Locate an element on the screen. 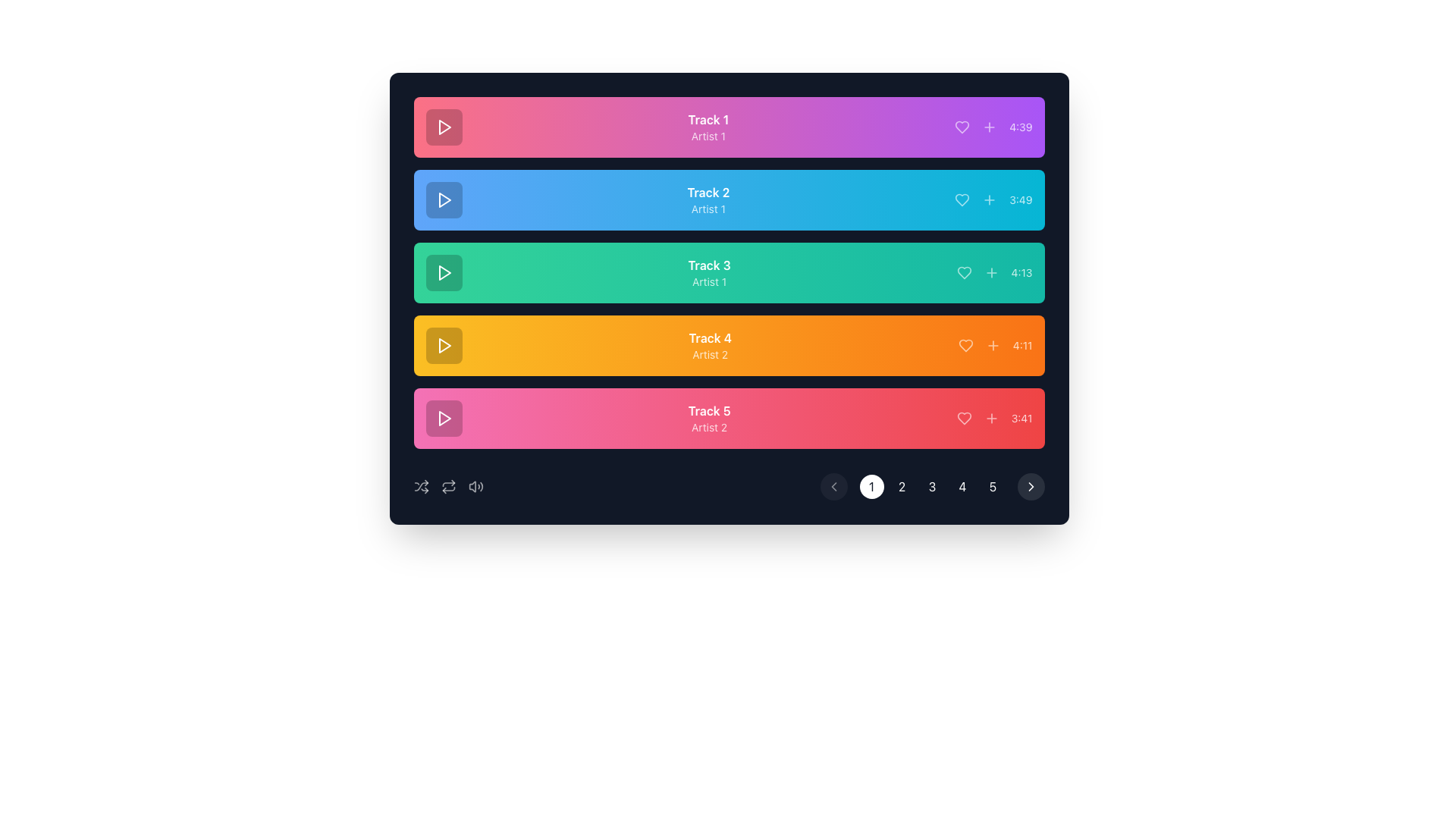 This screenshot has height=819, width=1456. the triangular play icon located inside the rectangular button in the leftmost portion of the fifth track of the playlist interface is located at coordinates (444, 418).